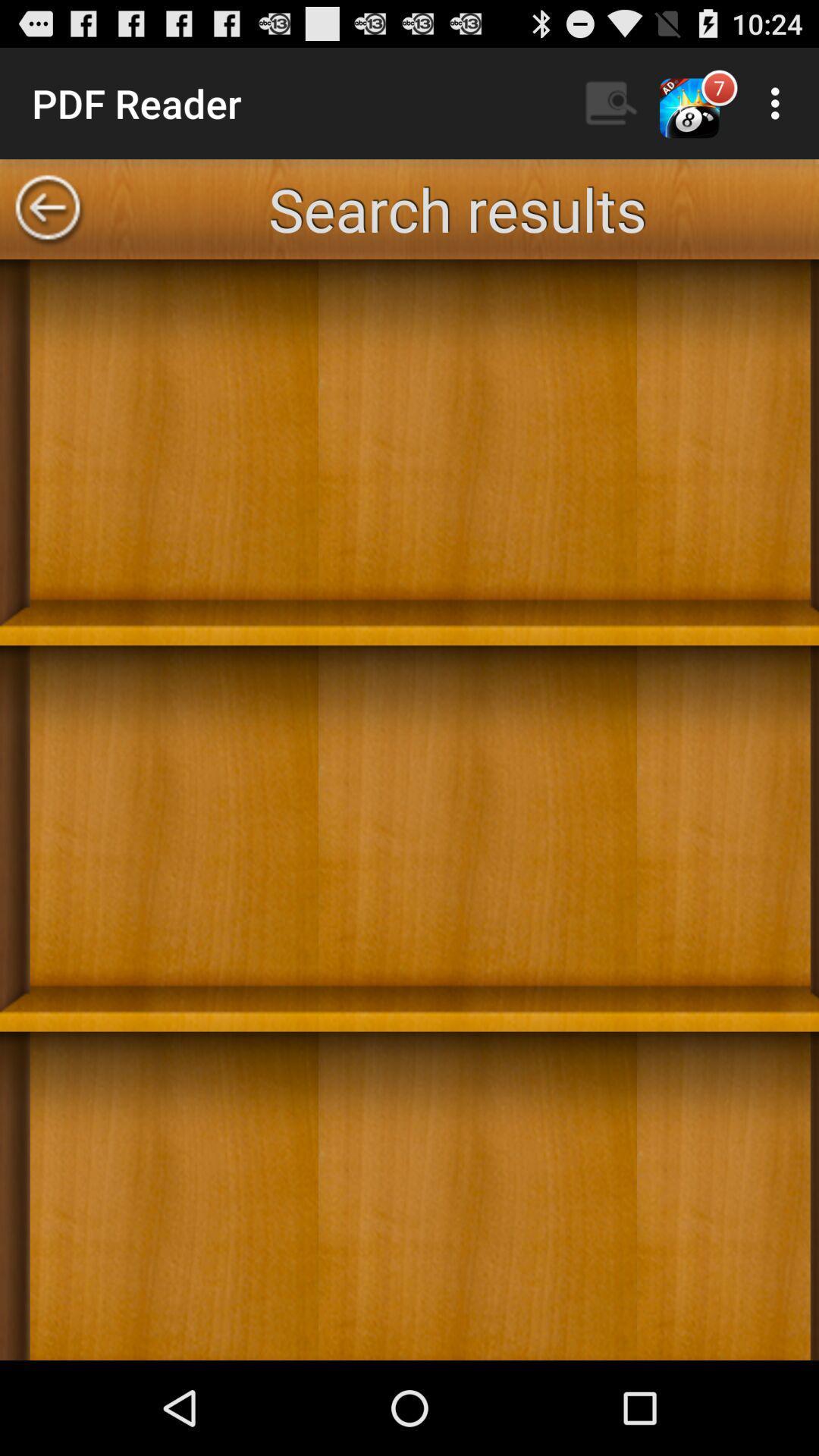 The height and width of the screenshot is (1456, 819). I want to click on book shelf, so click(409, 809).